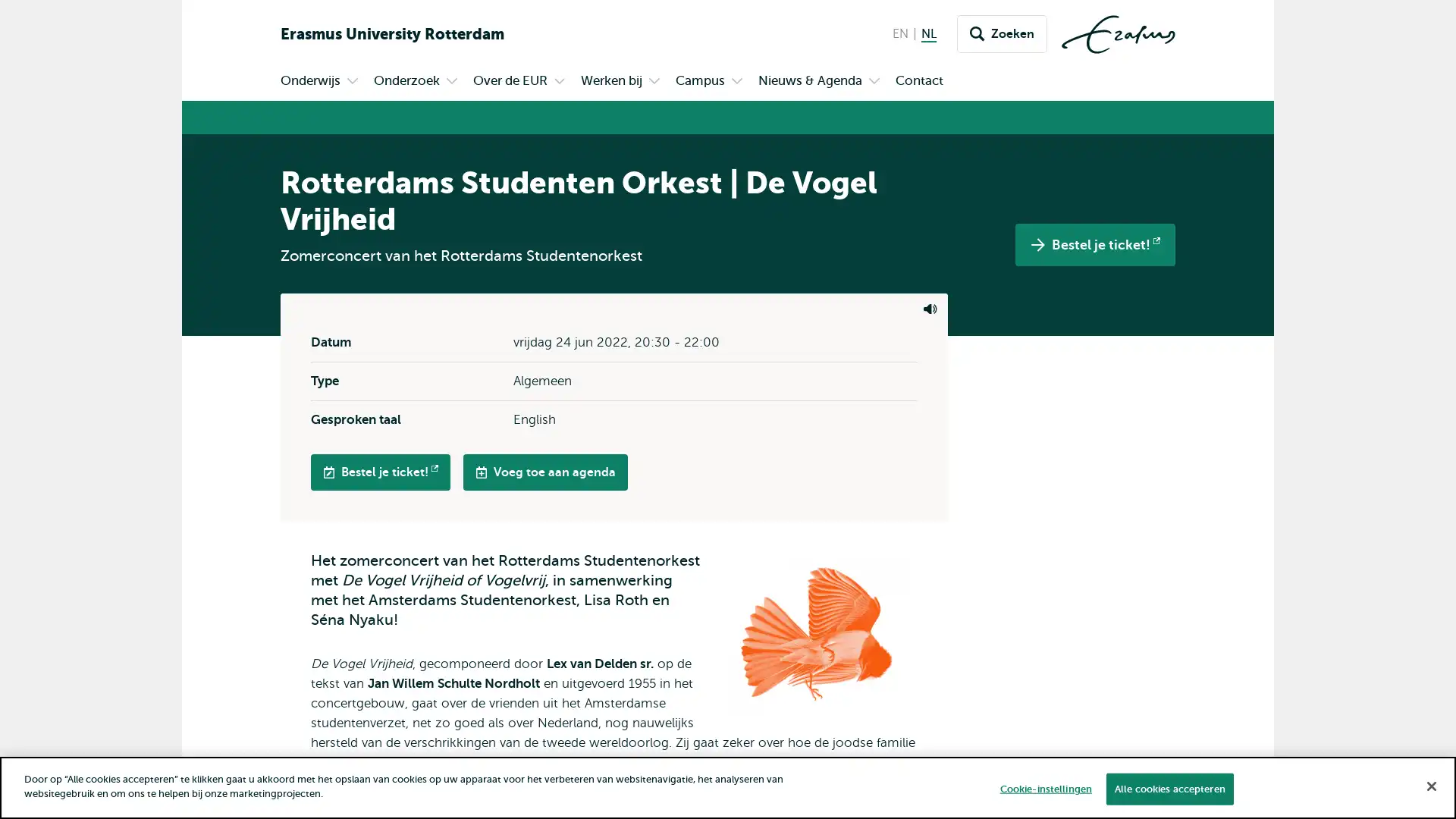 Image resolution: width=1456 pixels, height=819 pixels. Describe the element at coordinates (450, 82) in the screenshot. I see `Open submenu` at that location.